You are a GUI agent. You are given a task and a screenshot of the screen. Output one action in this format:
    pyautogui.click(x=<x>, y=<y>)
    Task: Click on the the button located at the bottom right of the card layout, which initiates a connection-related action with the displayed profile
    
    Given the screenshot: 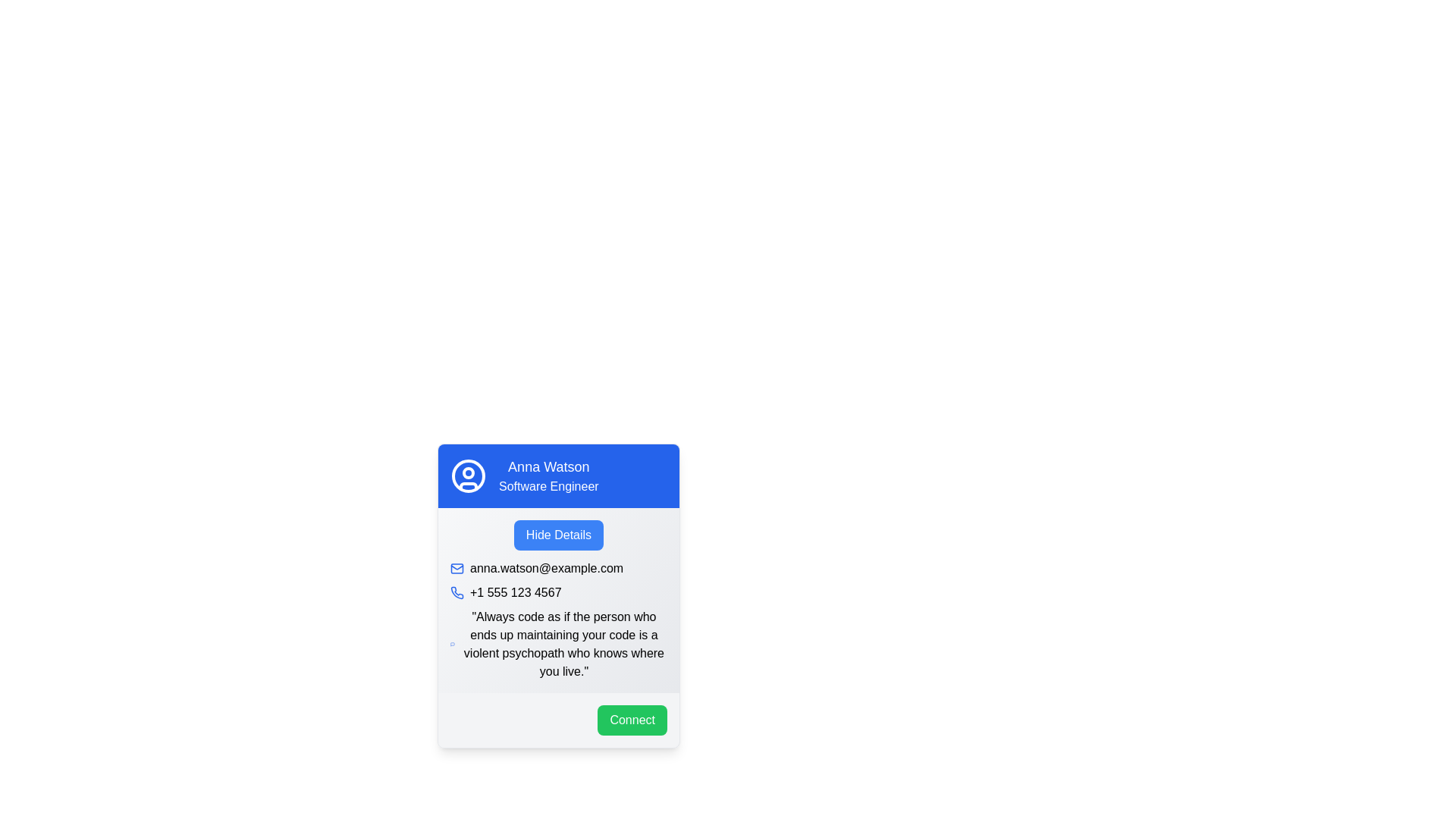 What is the action you would take?
    pyautogui.click(x=558, y=719)
    